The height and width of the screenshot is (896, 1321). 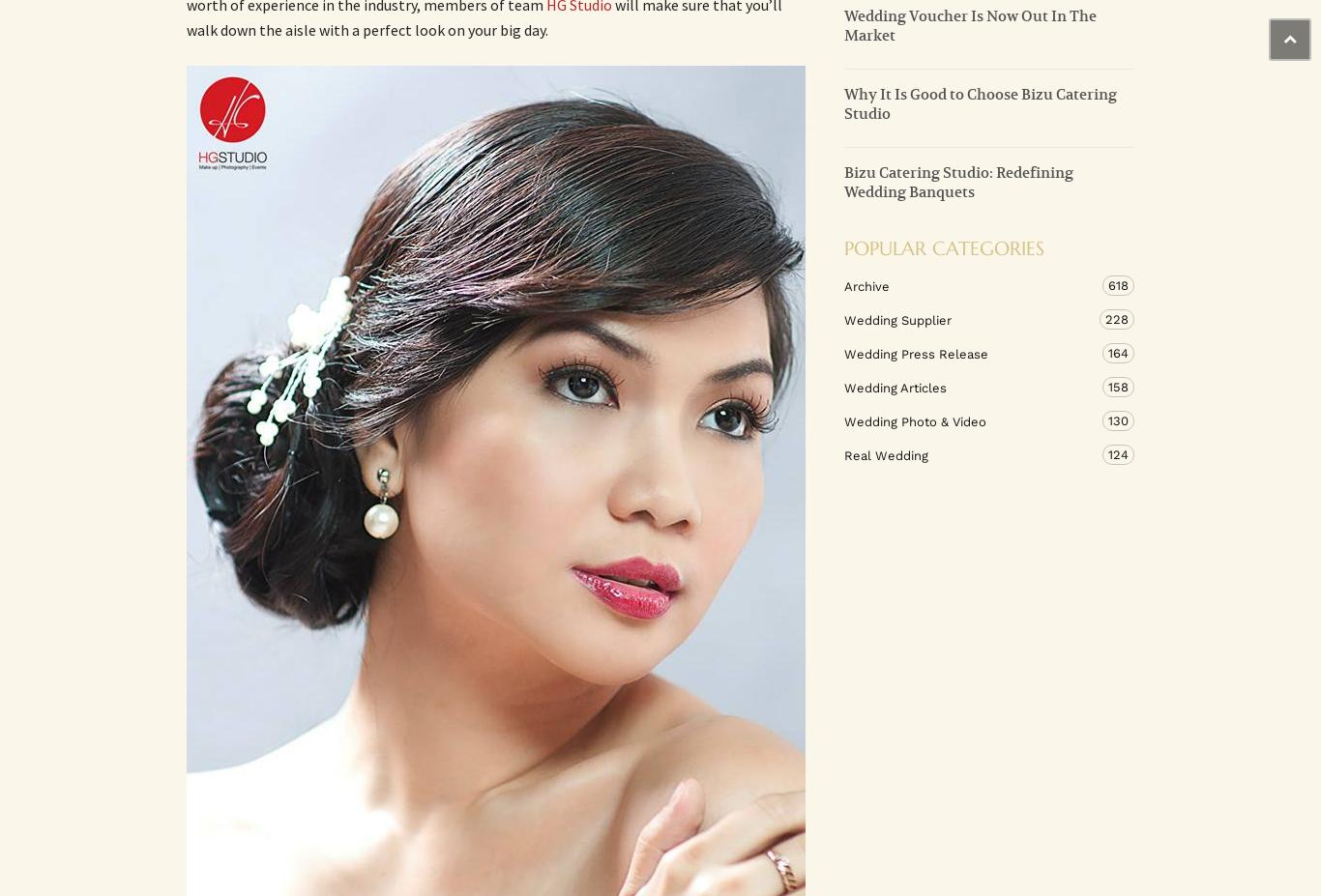 I want to click on 'Wedding Articles', so click(x=895, y=386).